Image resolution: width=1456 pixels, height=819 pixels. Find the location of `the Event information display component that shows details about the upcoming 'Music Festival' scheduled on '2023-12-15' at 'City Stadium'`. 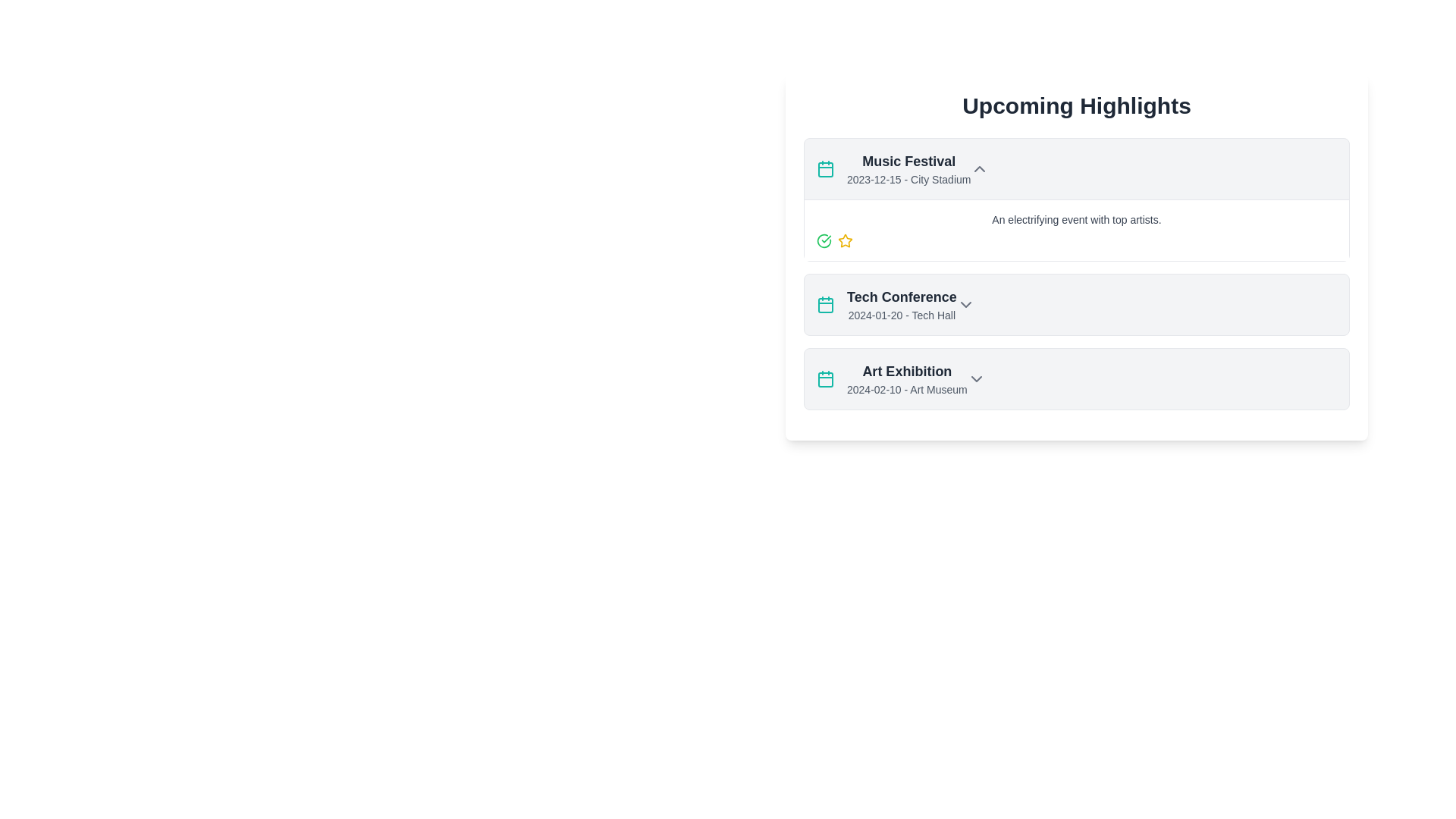

the Event information display component that shows details about the upcoming 'Music Festival' scheduled on '2023-12-15' at 'City Stadium' is located at coordinates (893, 169).